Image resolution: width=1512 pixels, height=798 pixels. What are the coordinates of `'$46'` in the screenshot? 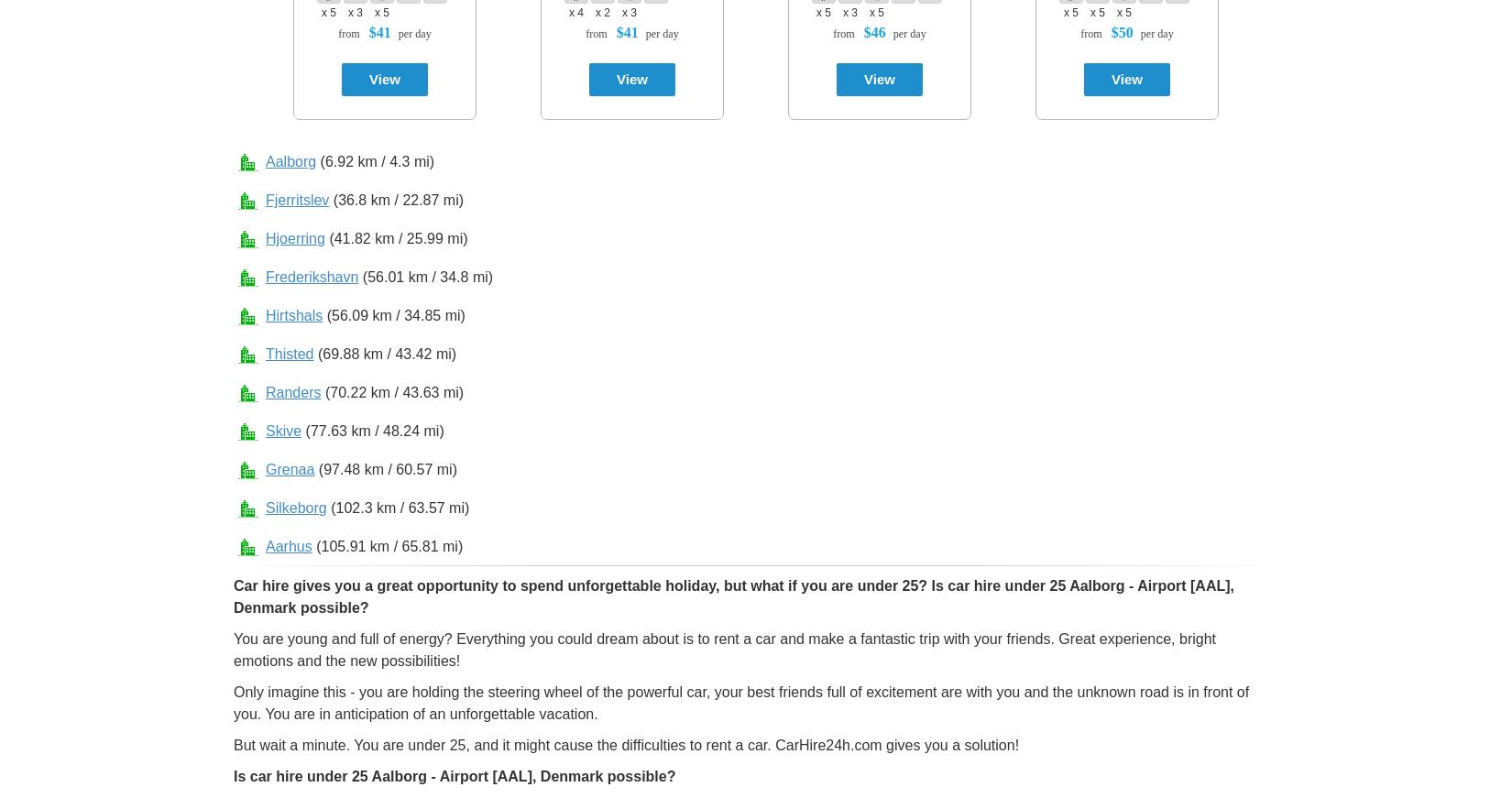 It's located at (874, 31).